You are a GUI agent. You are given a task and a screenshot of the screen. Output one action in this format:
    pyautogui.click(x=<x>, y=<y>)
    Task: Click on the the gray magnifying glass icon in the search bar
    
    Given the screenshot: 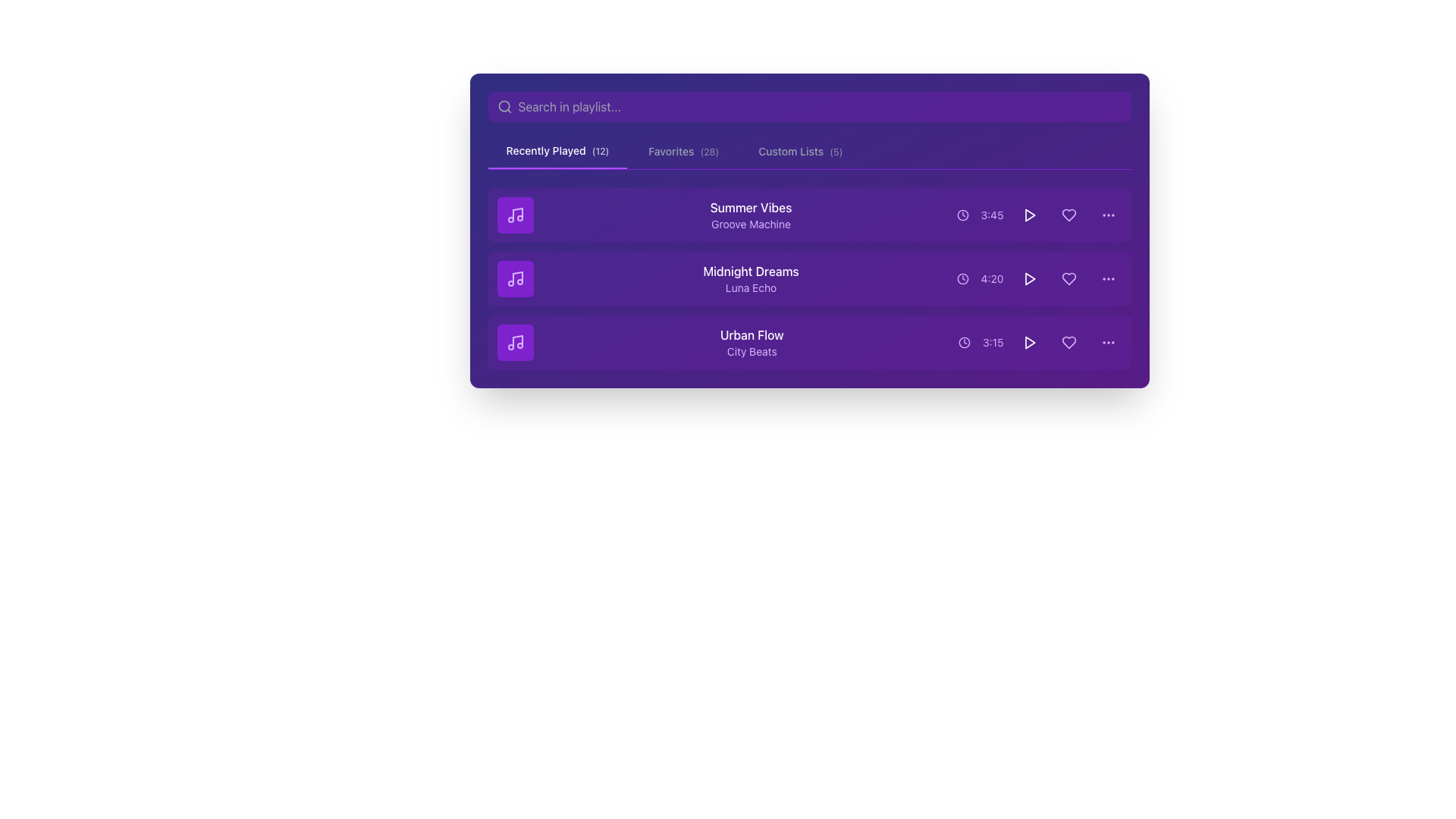 What is the action you would take?
    pyautogui.click(x=504, y=106)
    